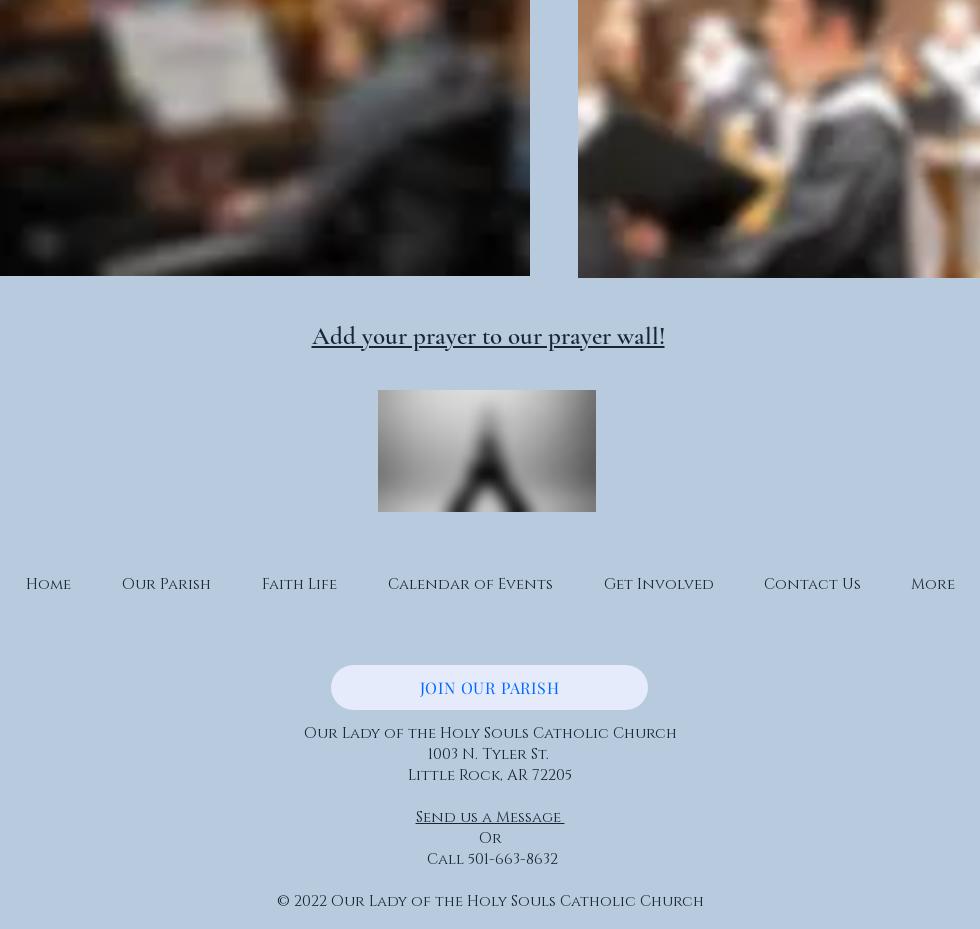 The image size is (980, 929). I want to click on 'Add your prayer to our prayer wall!', so click(487, 336).